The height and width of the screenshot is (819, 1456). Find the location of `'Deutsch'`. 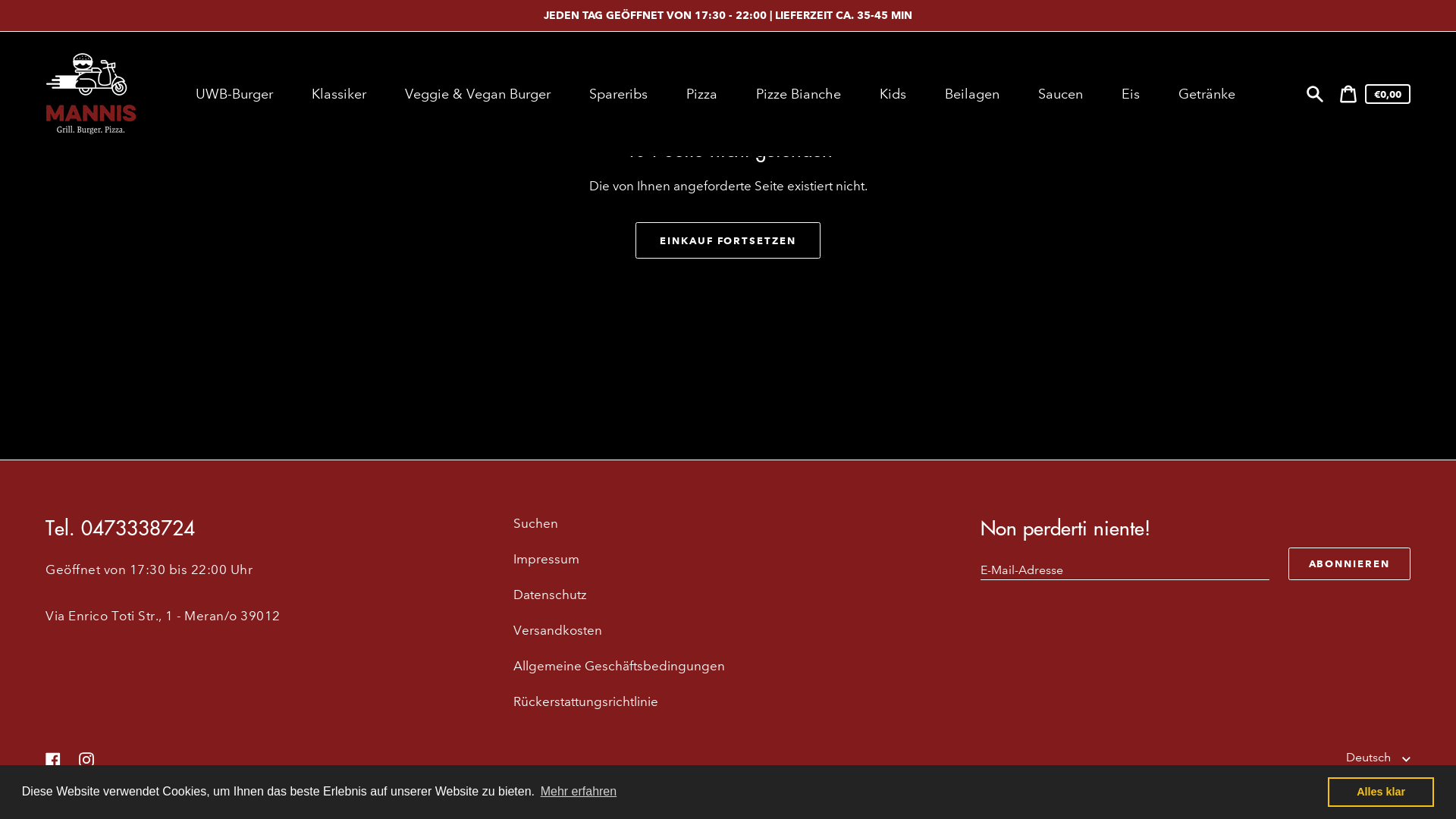

'Deutsch' is located at coordinates (1346, 758).